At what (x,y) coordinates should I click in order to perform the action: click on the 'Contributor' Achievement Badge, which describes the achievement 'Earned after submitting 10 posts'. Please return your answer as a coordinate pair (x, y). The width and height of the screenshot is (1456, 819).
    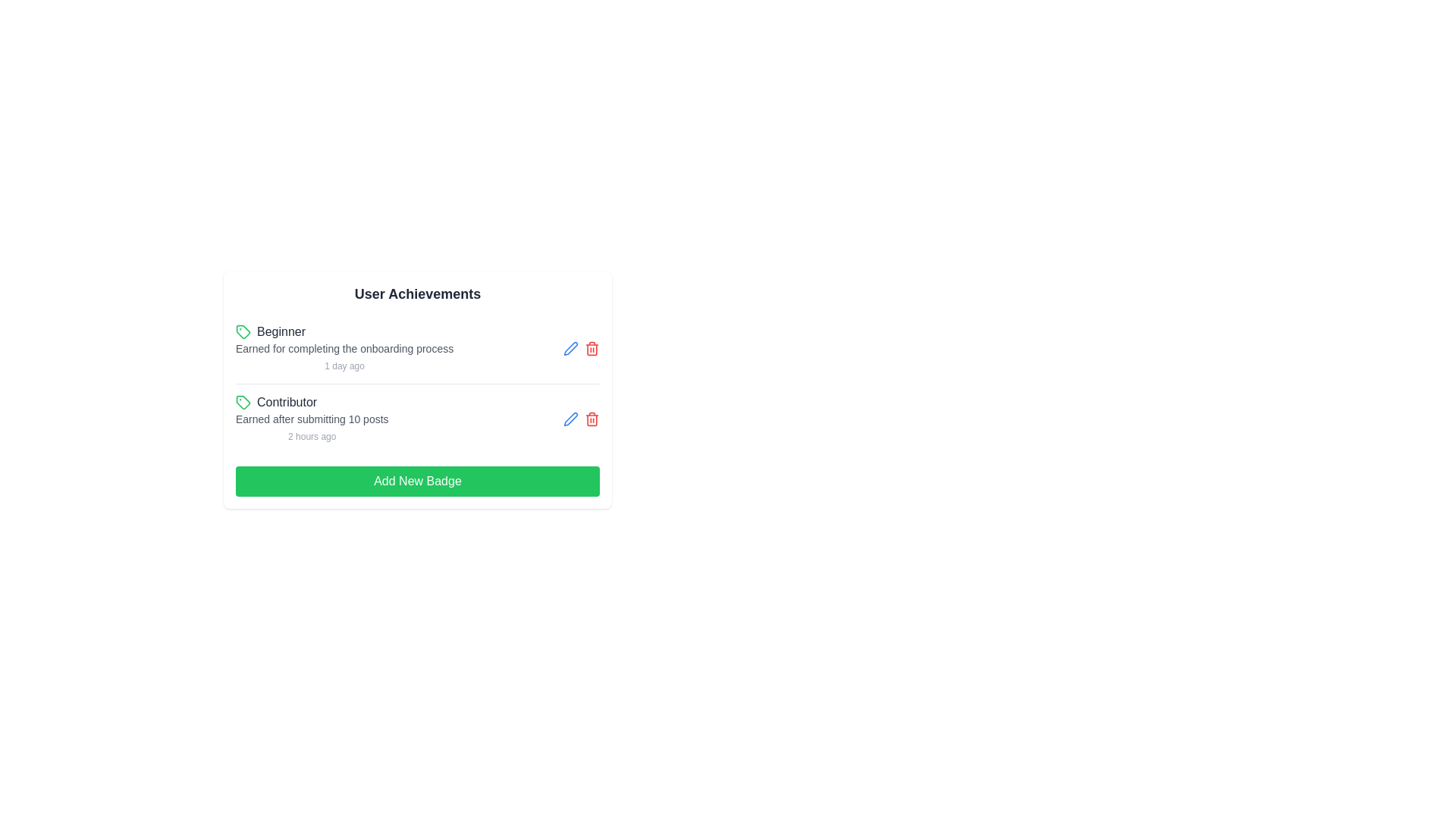
    Looking at the image, I should click on (311, 419).